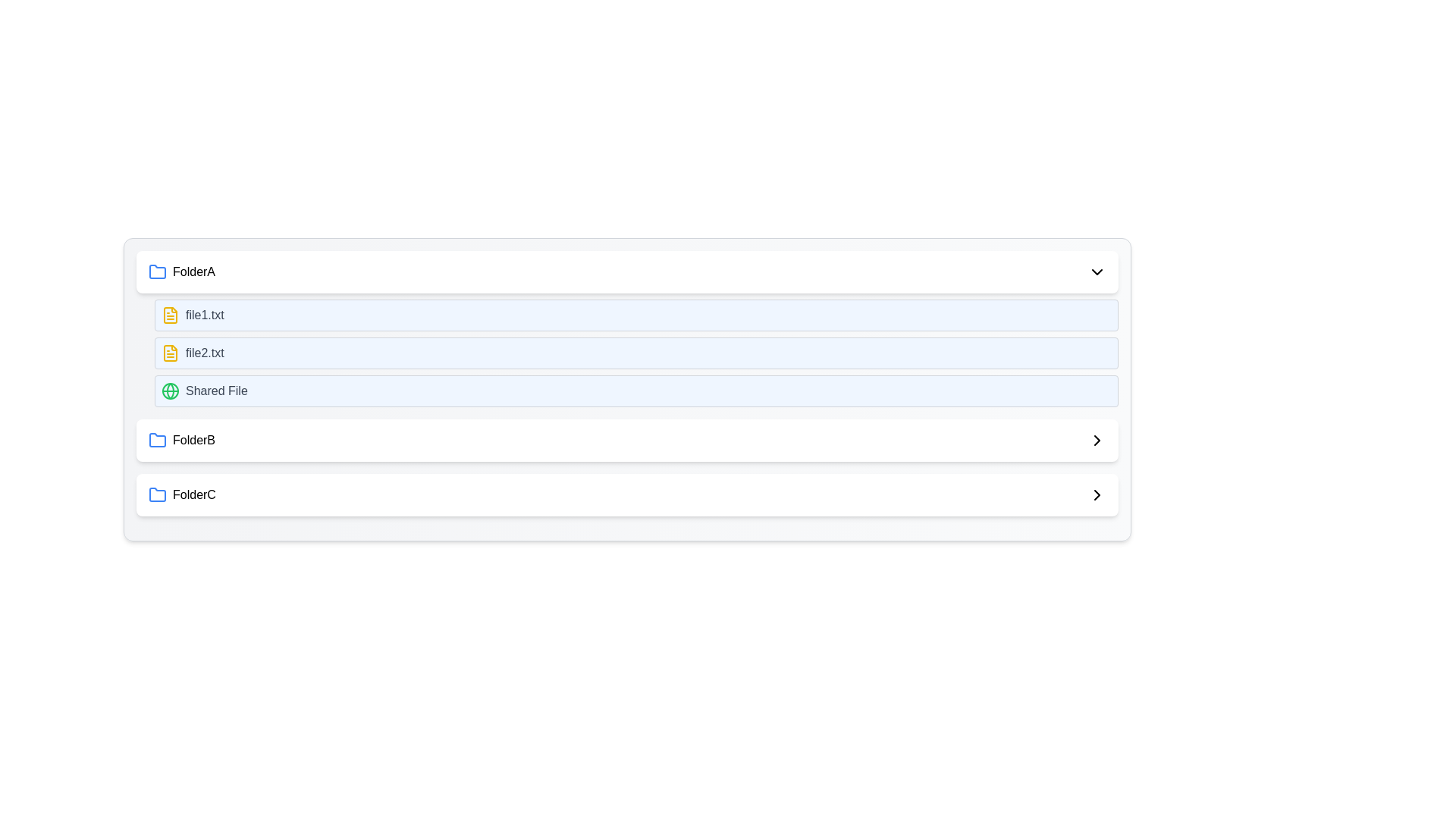 The width and height of the screenshot is (1456, 819). Describe the element at coordinates (1097, 441) in the screenshot. I see `the vector graphic control associated with the collapsible section labeled 'FolderB'` at that location.